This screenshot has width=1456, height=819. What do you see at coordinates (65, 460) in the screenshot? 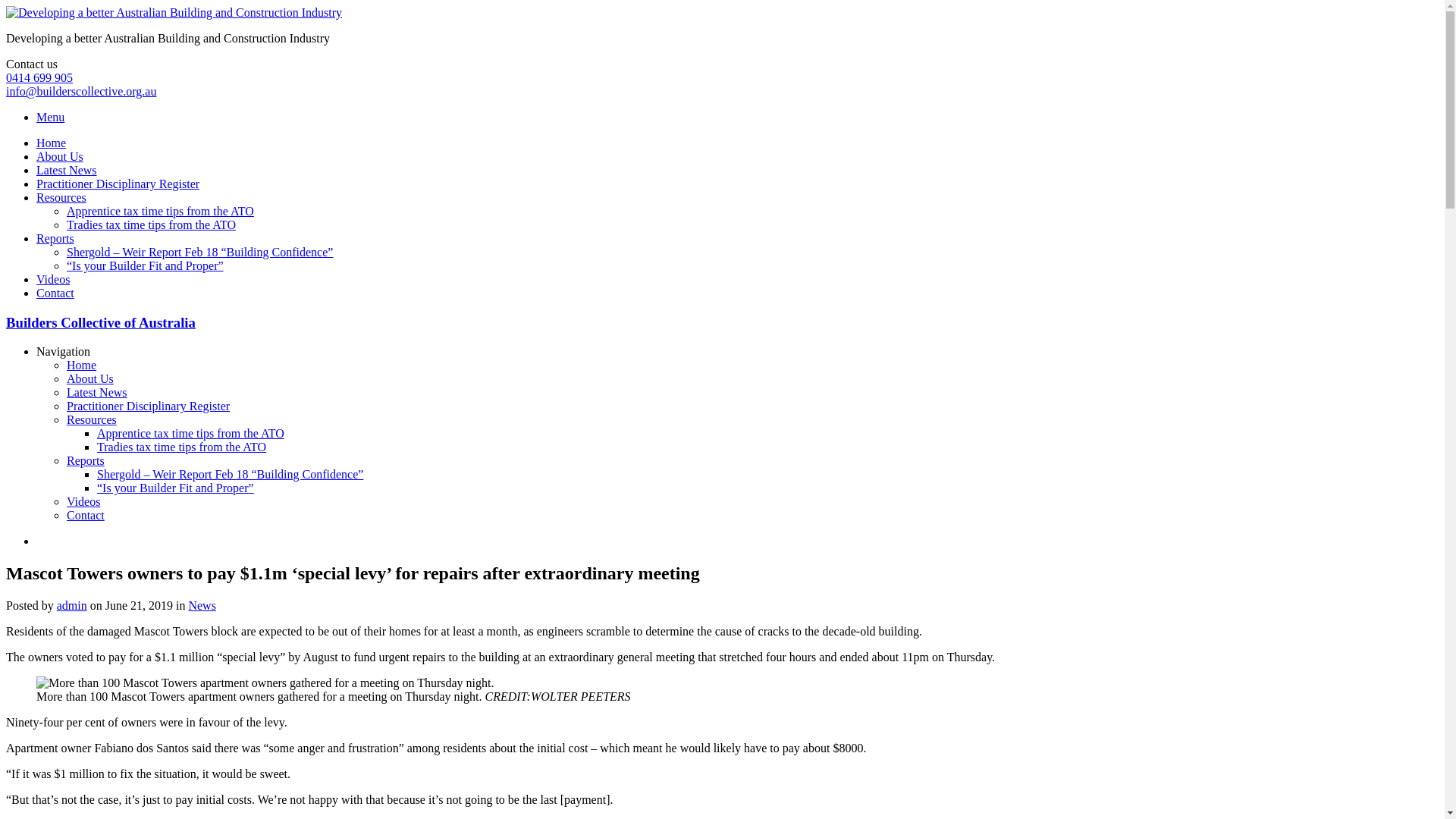
I see `'Reports'` at bounding box center [65, 460].